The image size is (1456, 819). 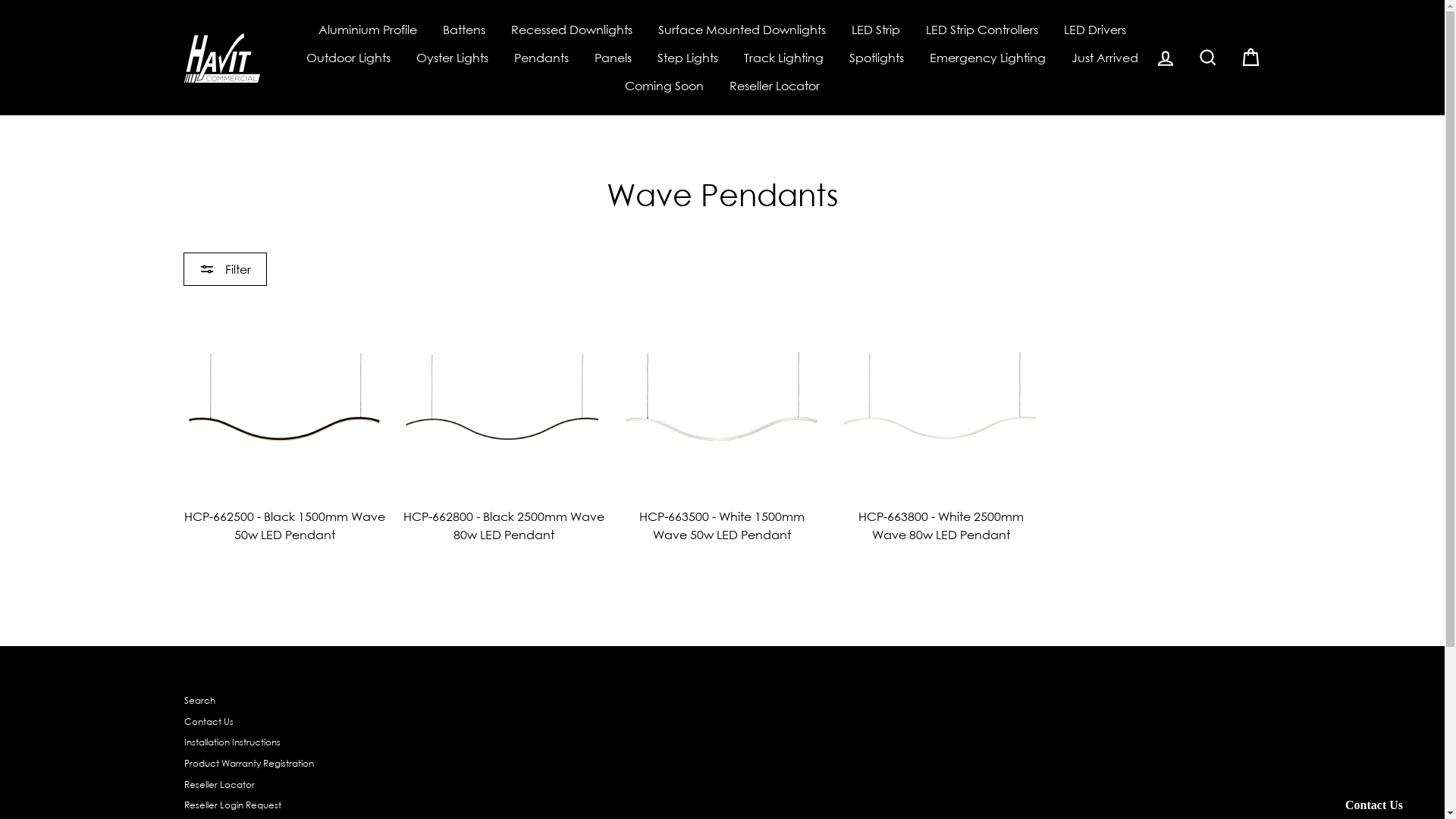 I want to click on 'LED Drivers', so click(x=1095, y=29).